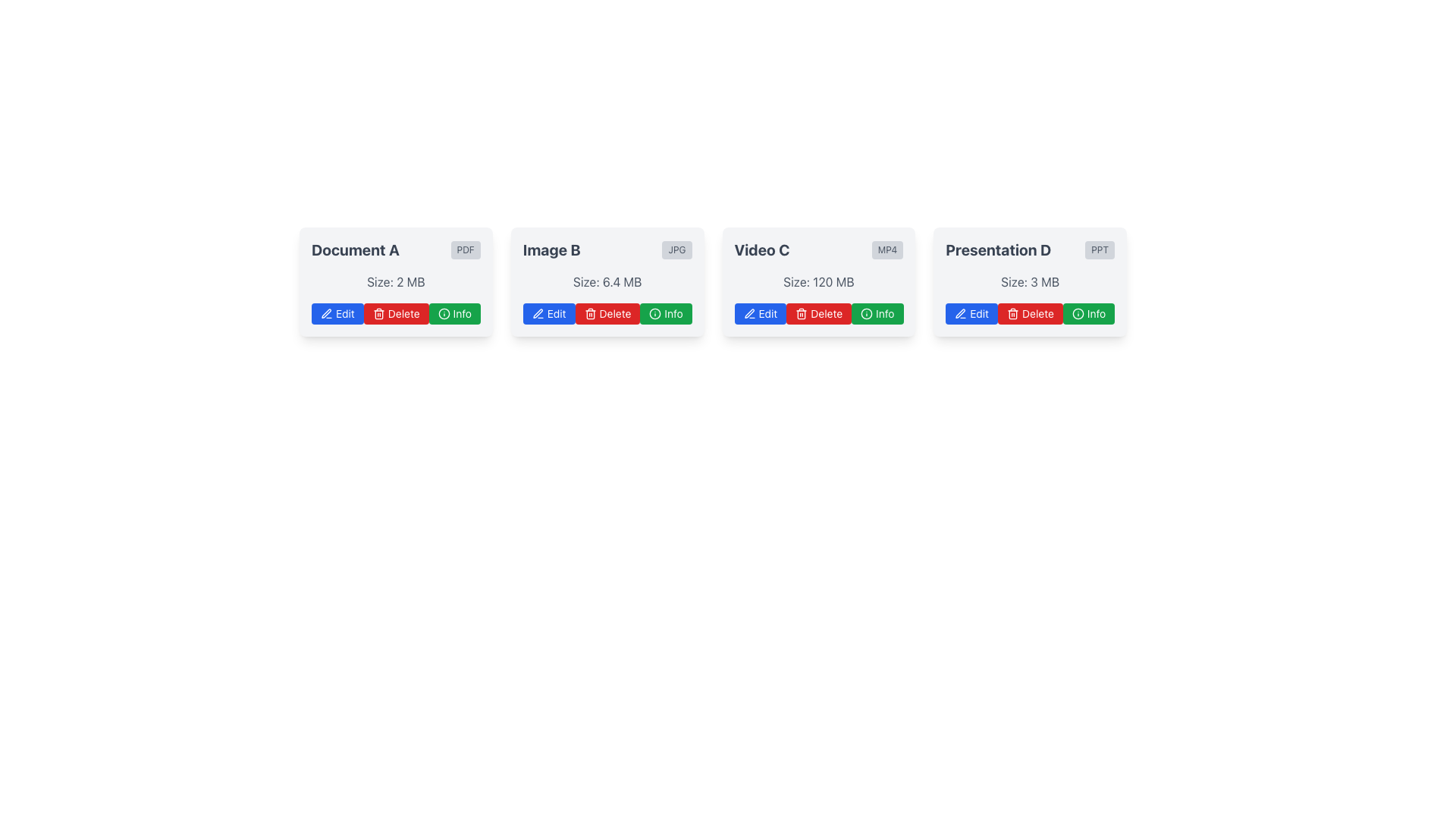  Describe the element at coordinates (761, 312) in the screenshot. I see `the 'Edit' button located in the top-left corner of the third card labeled 'Video C'` at that location.